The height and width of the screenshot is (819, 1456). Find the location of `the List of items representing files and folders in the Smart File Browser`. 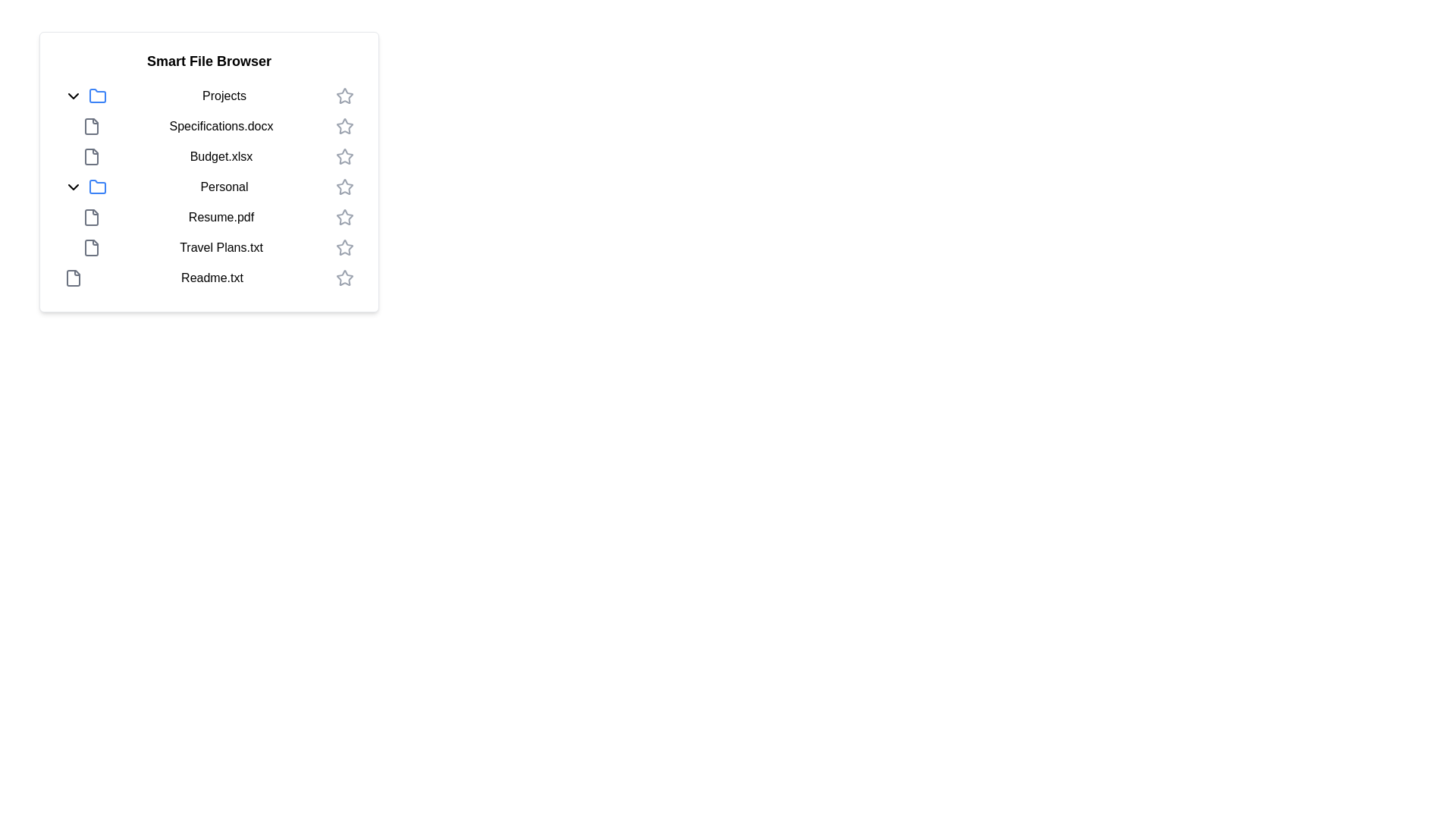

the List of items representing files and folders in the Smart File Browser is located at coordinates (208, 186).